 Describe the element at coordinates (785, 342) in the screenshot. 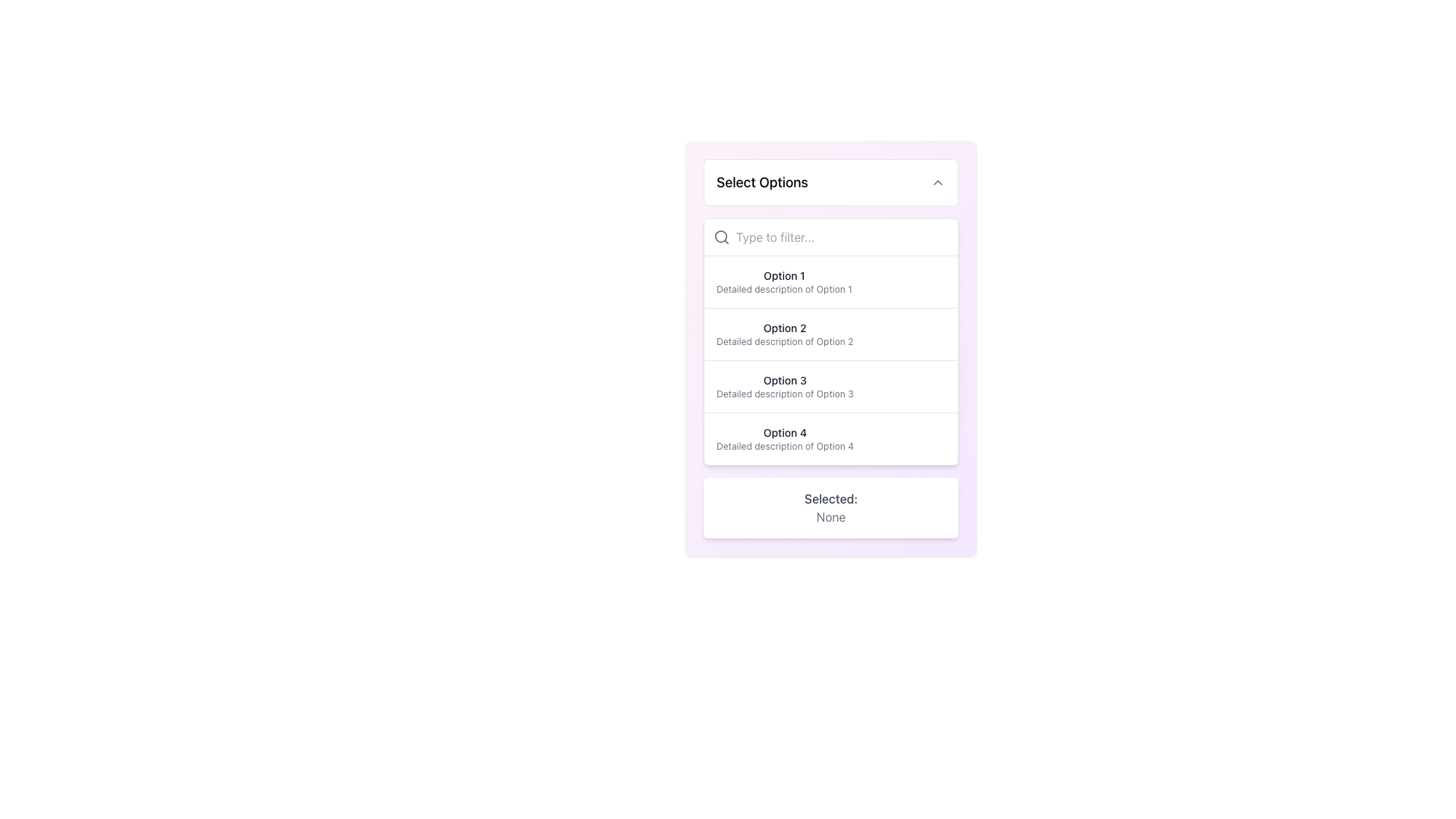

I see `text label displaying 'Detailed description of Option 2', which is styled with a small, gray font and located beneath the main label 'Option 2'` at that location.